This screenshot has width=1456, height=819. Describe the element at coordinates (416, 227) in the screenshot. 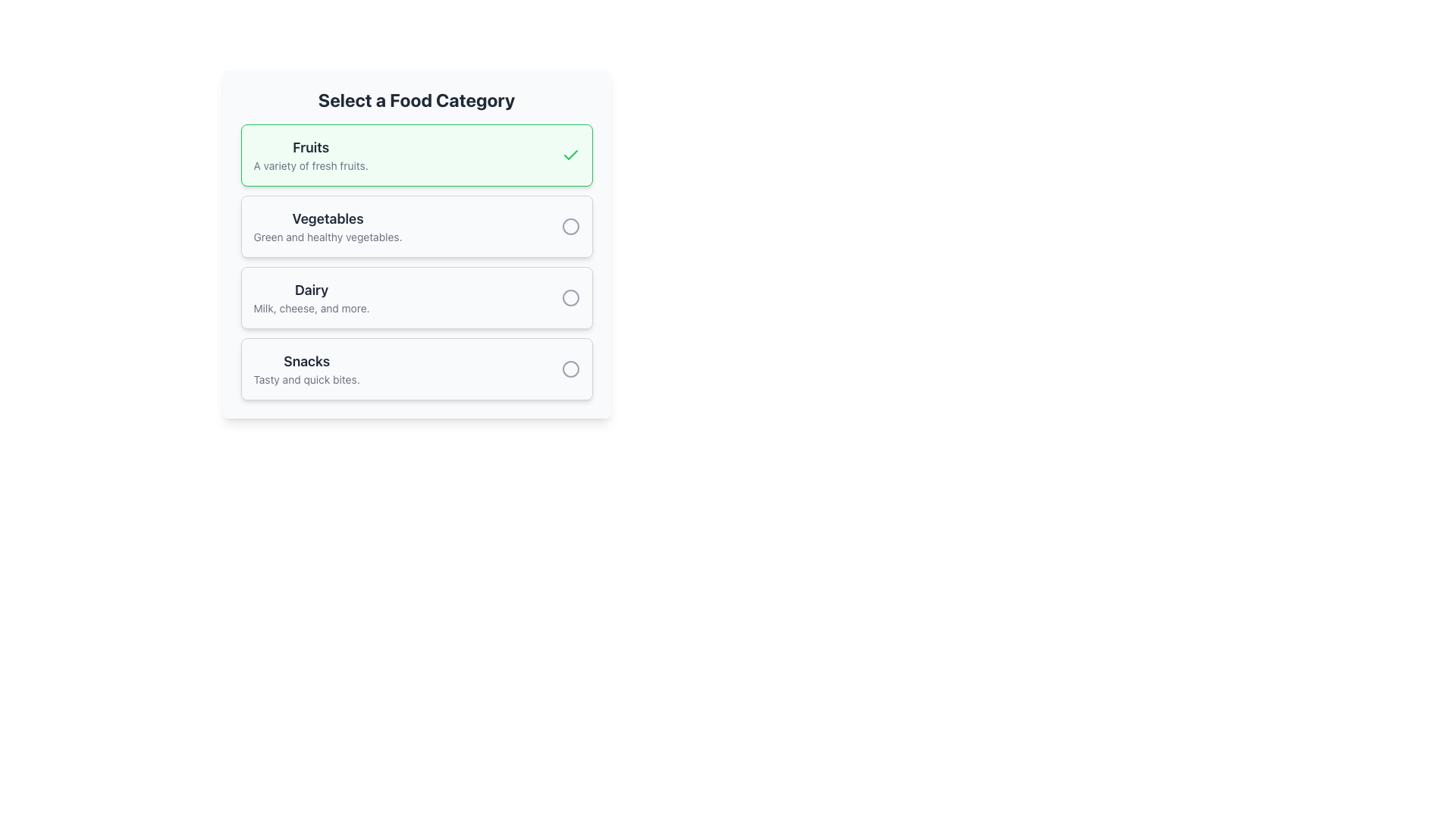

I see `the 'Vegetables' button, which is the second option in the food category selection list` at that location.